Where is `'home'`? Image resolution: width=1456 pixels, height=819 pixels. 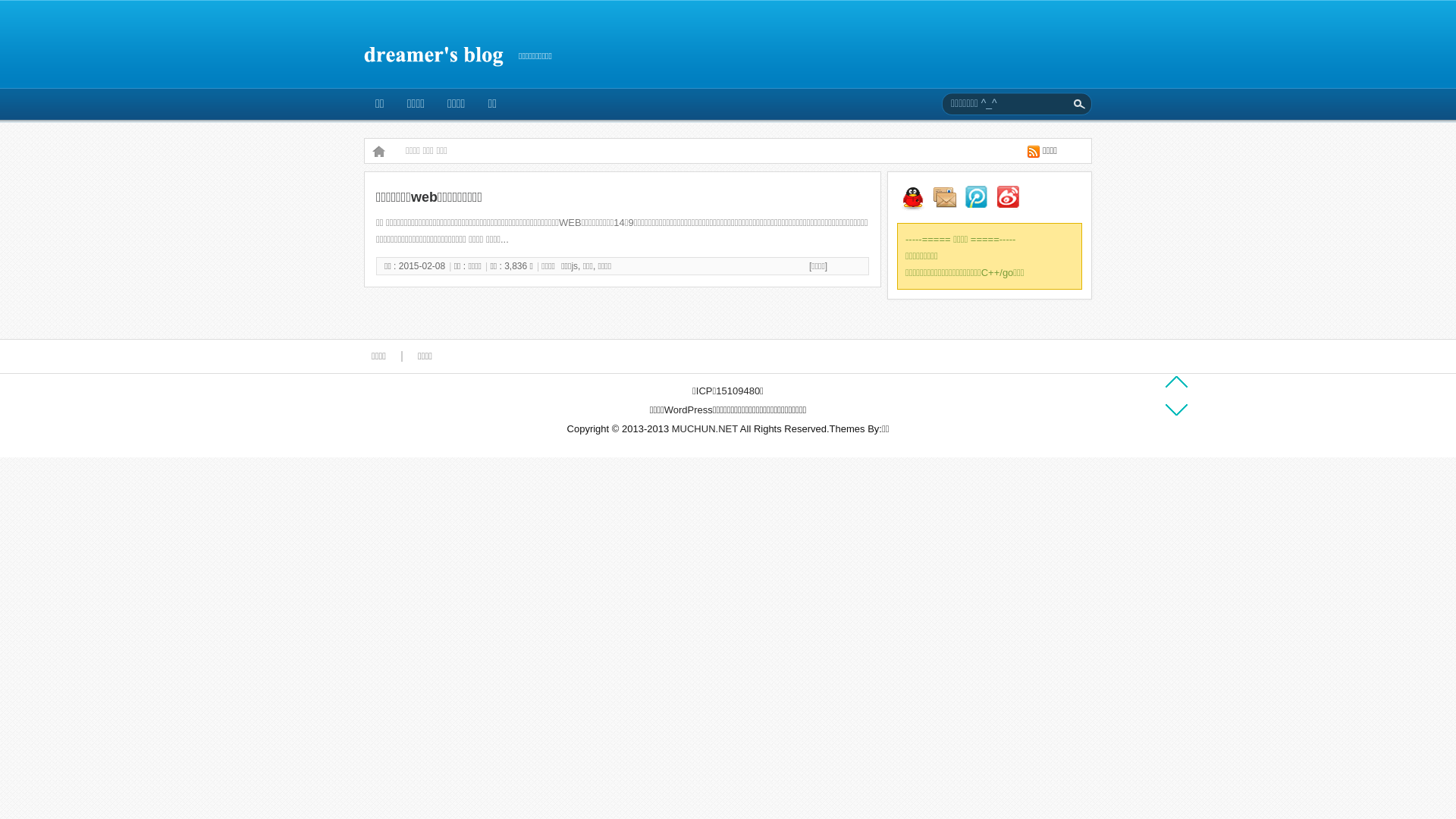 'home' is located at coordinates (378, 151).